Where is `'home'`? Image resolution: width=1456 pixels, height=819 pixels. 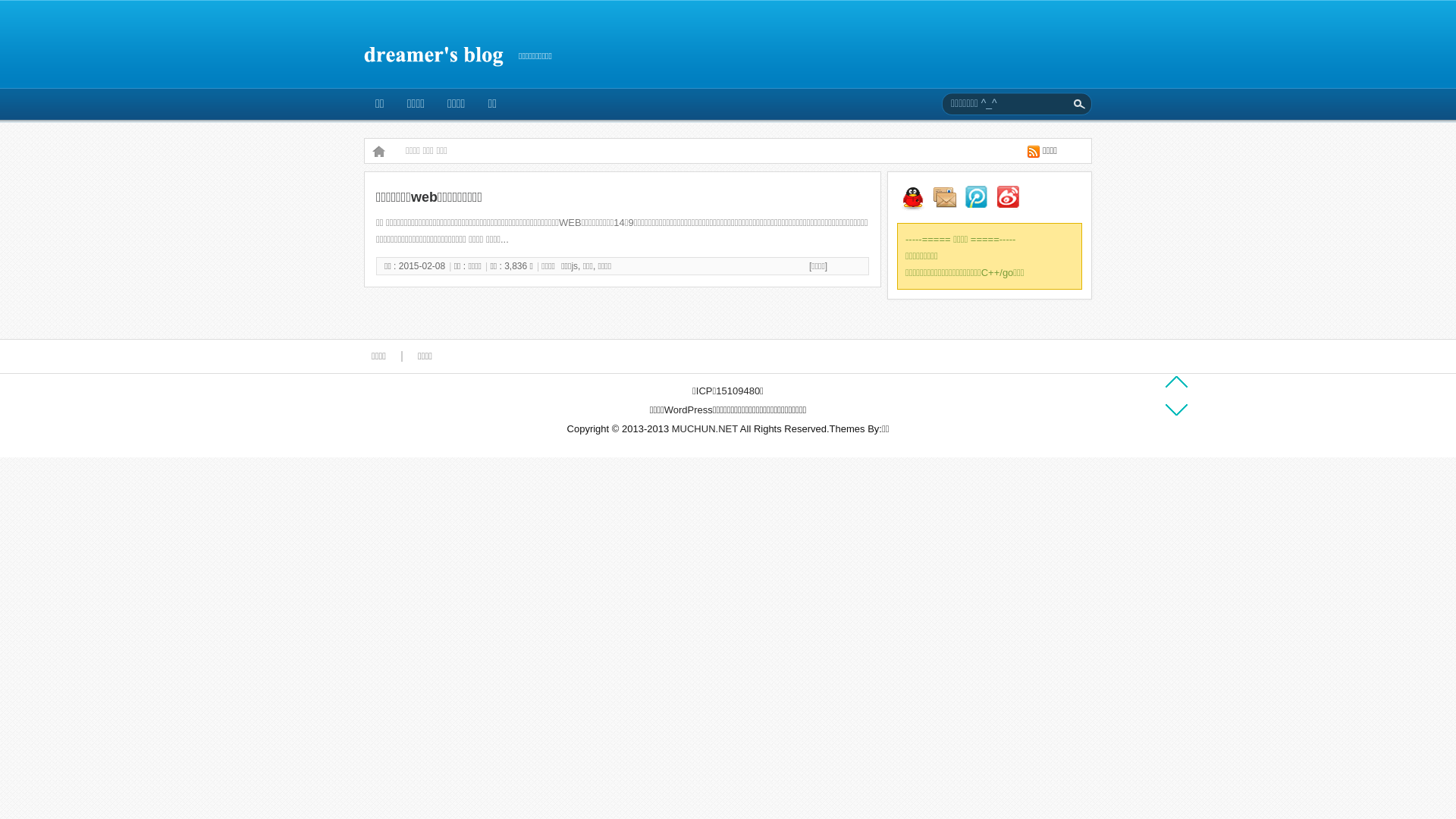 'home' is located at coordinates (378, 151).